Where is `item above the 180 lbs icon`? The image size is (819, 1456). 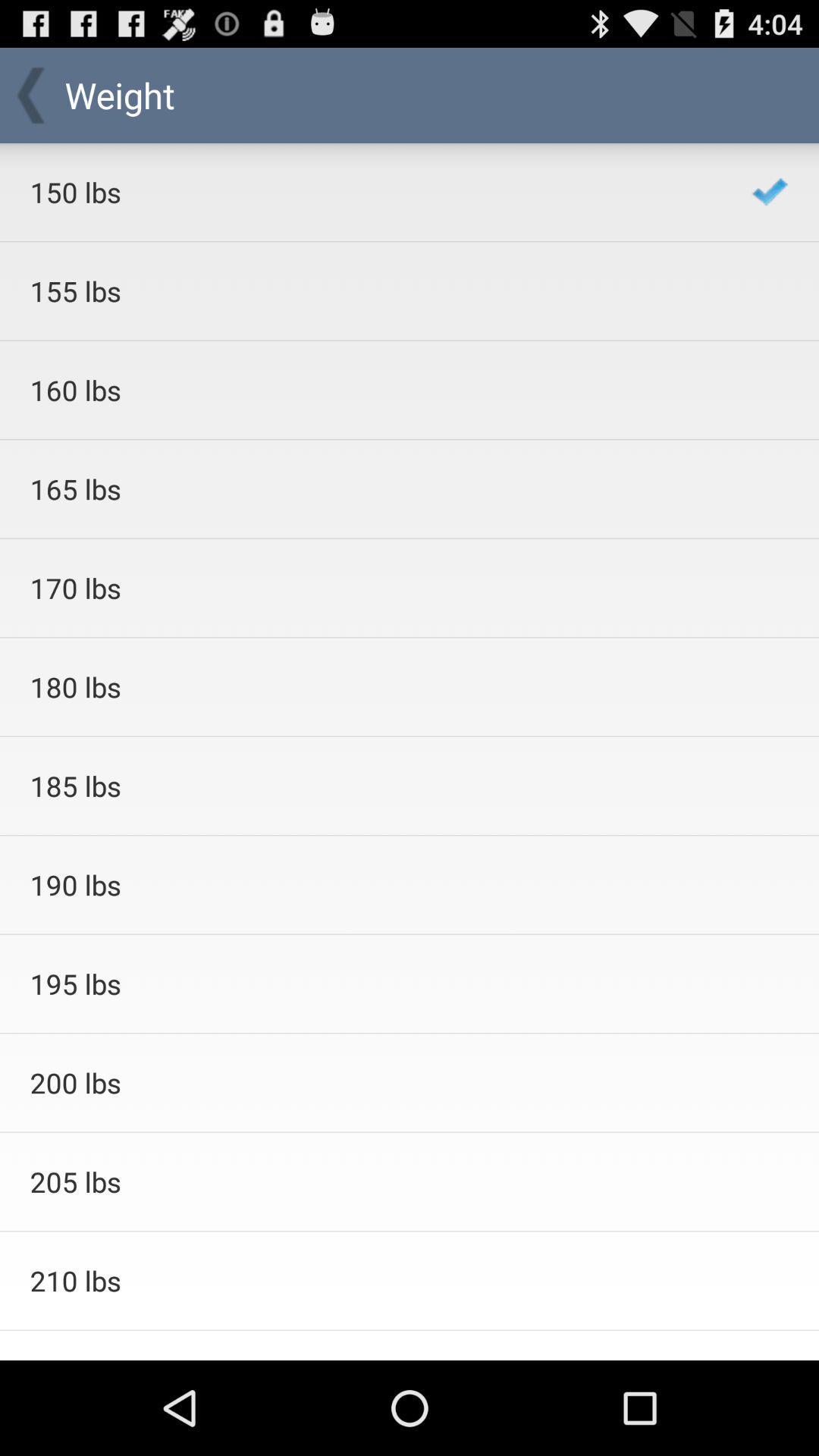 item above the 180 lbs icon is located at coordinates (371, 587).